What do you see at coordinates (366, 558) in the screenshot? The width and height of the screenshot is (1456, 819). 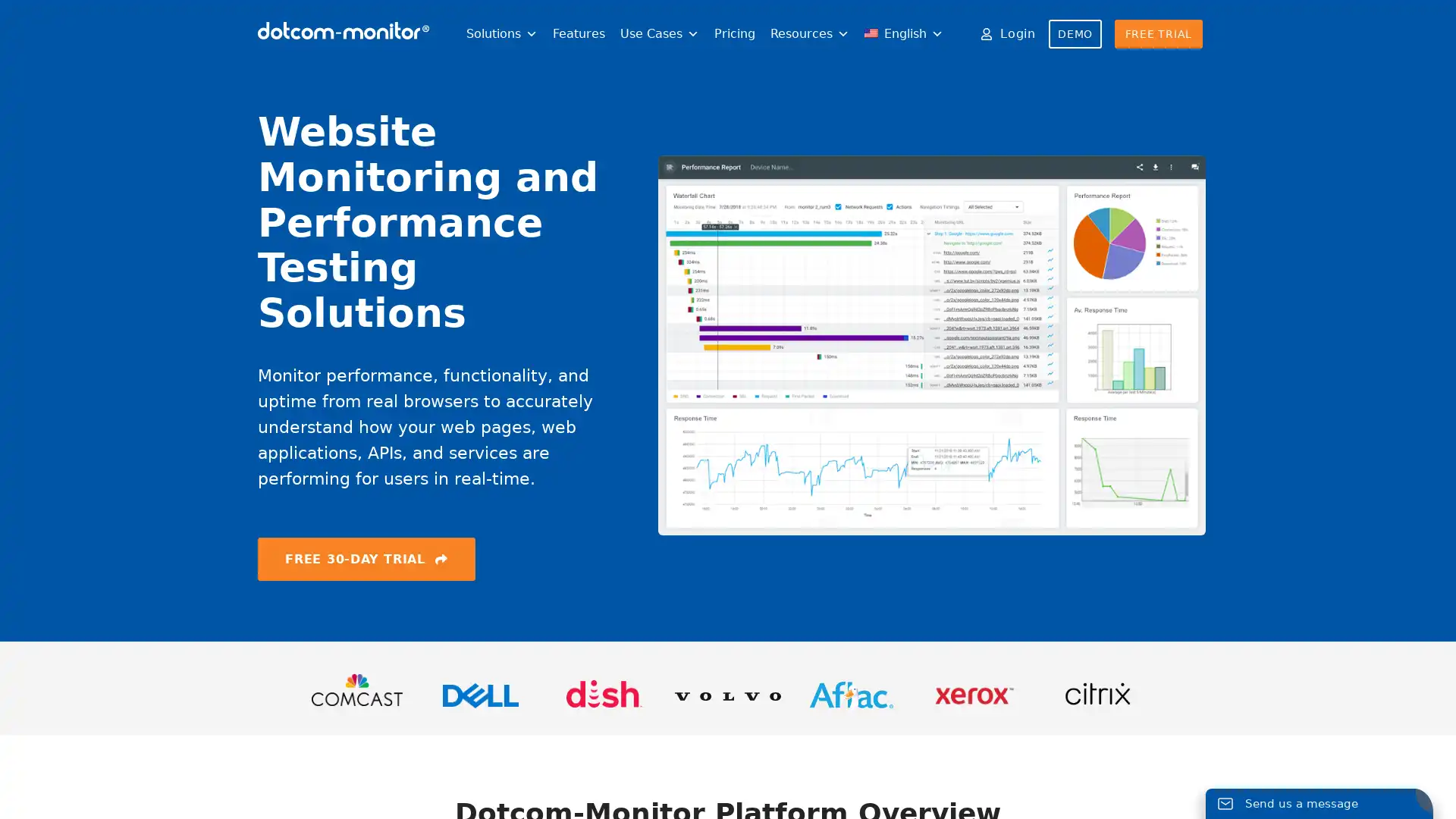 I see `FREE 30-DAY TRIAL` at bounding box center [366, 558].